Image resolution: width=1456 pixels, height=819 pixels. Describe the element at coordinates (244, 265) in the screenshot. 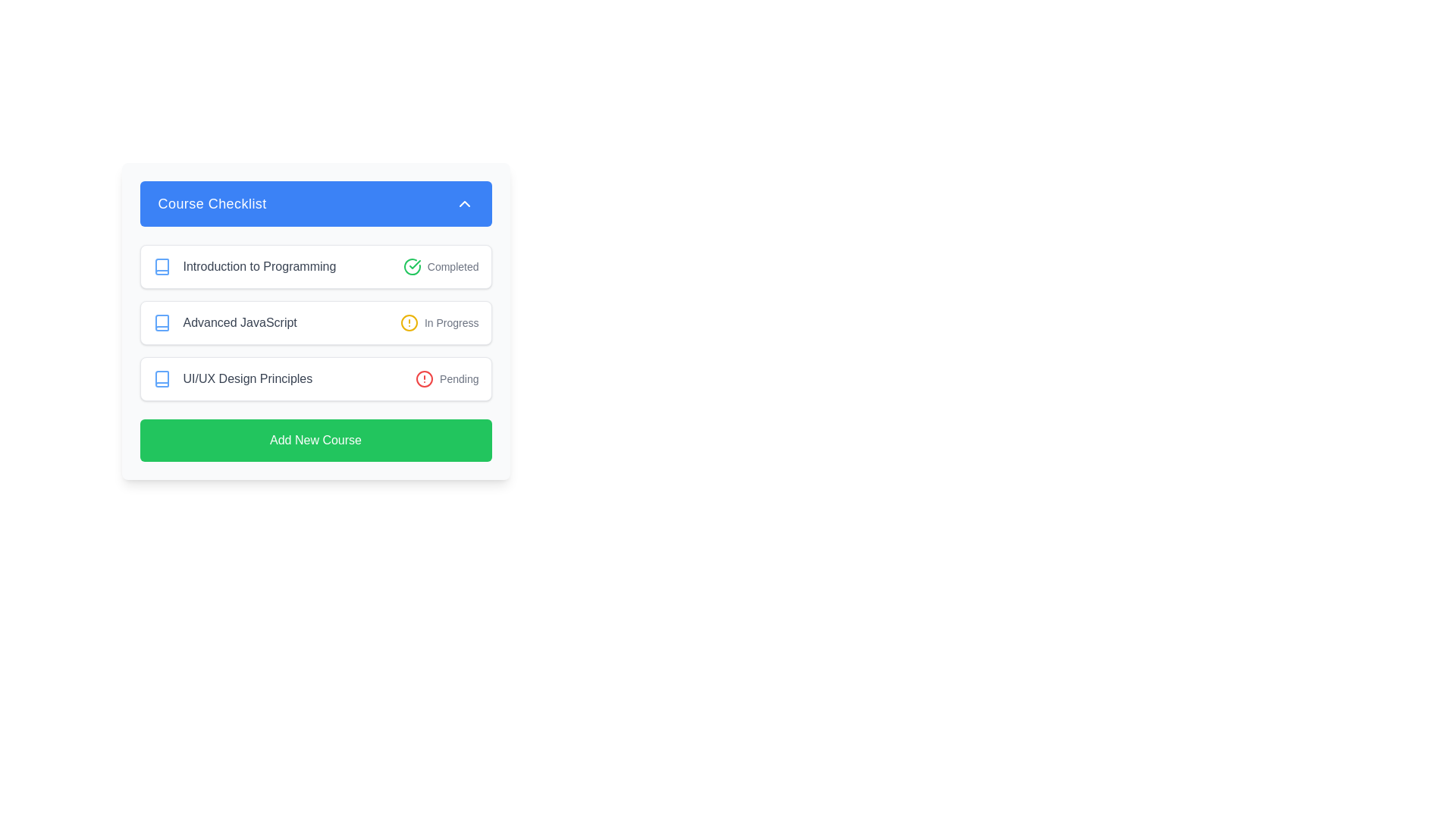

I see `the 'Introduction to Programming' text with icon, which features a blue outlined book icon to the left and is the first item in the 'Course Checklist' section` at that location.